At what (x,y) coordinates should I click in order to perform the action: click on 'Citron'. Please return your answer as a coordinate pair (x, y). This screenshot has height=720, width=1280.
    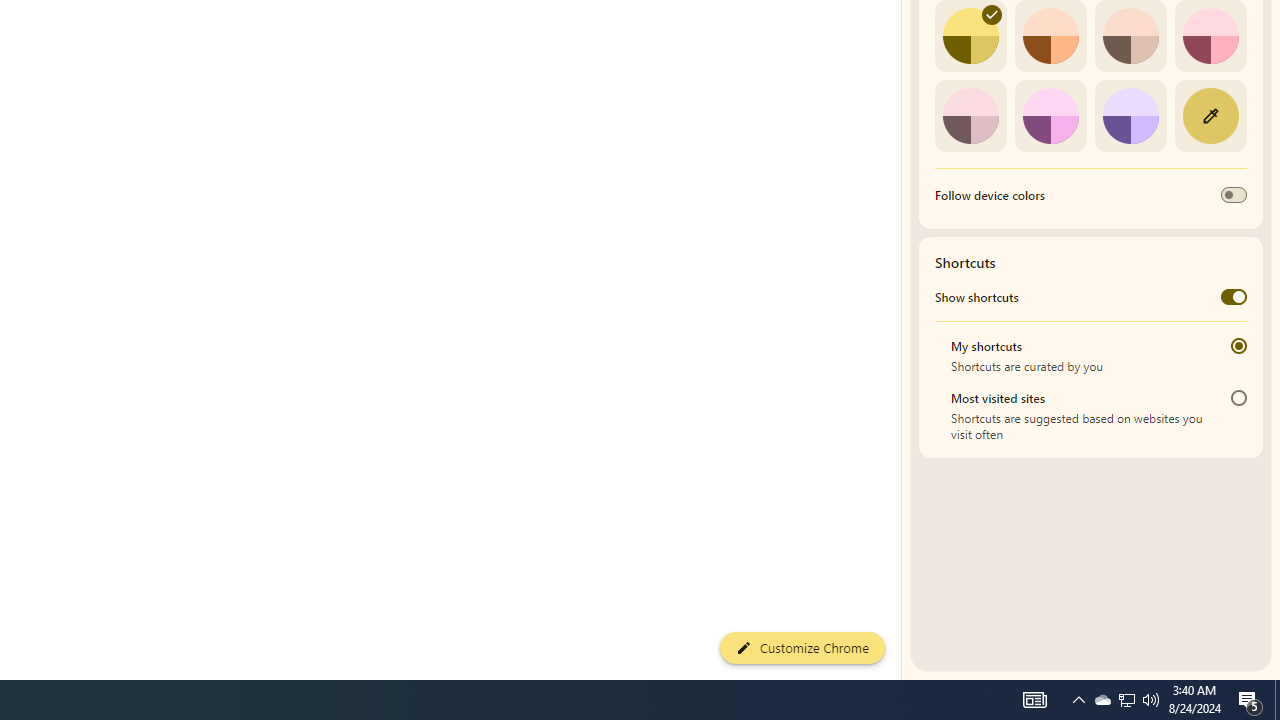
    Looking at the image, I should click on (970, 36).